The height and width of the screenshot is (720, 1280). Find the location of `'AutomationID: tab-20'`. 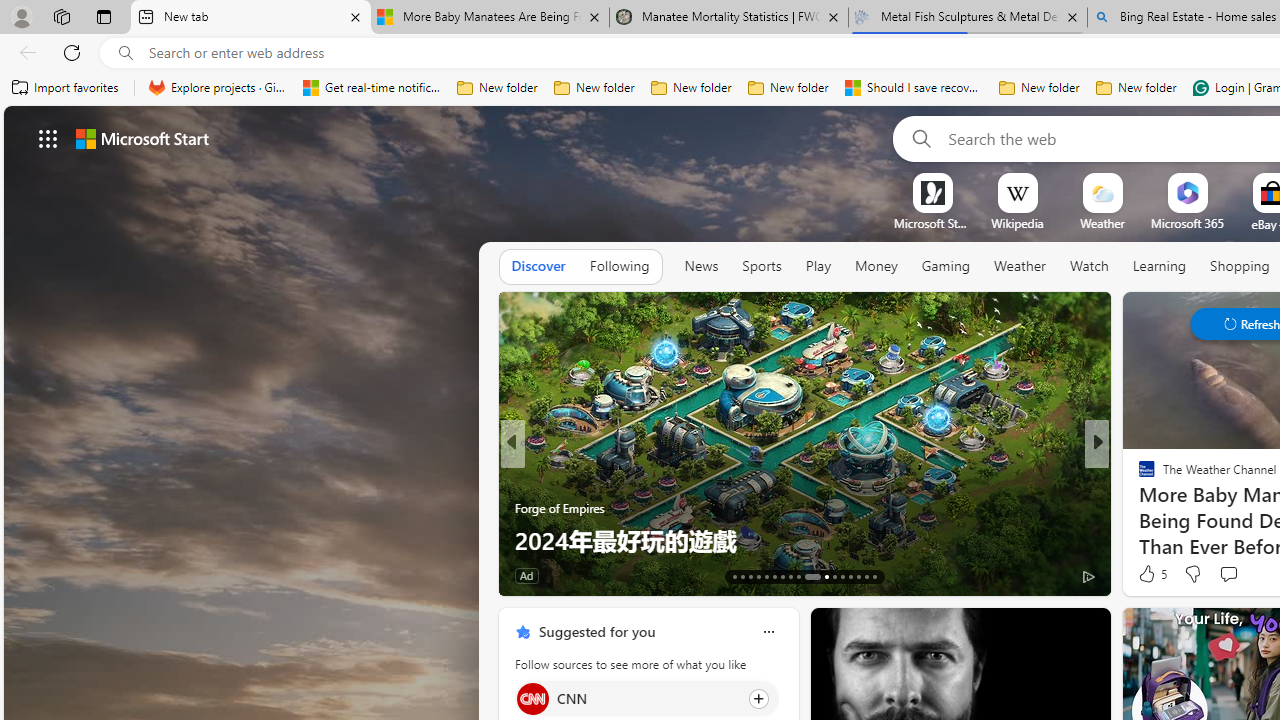

'AutomationID: tab-20' is located at coordinates (789, 577).